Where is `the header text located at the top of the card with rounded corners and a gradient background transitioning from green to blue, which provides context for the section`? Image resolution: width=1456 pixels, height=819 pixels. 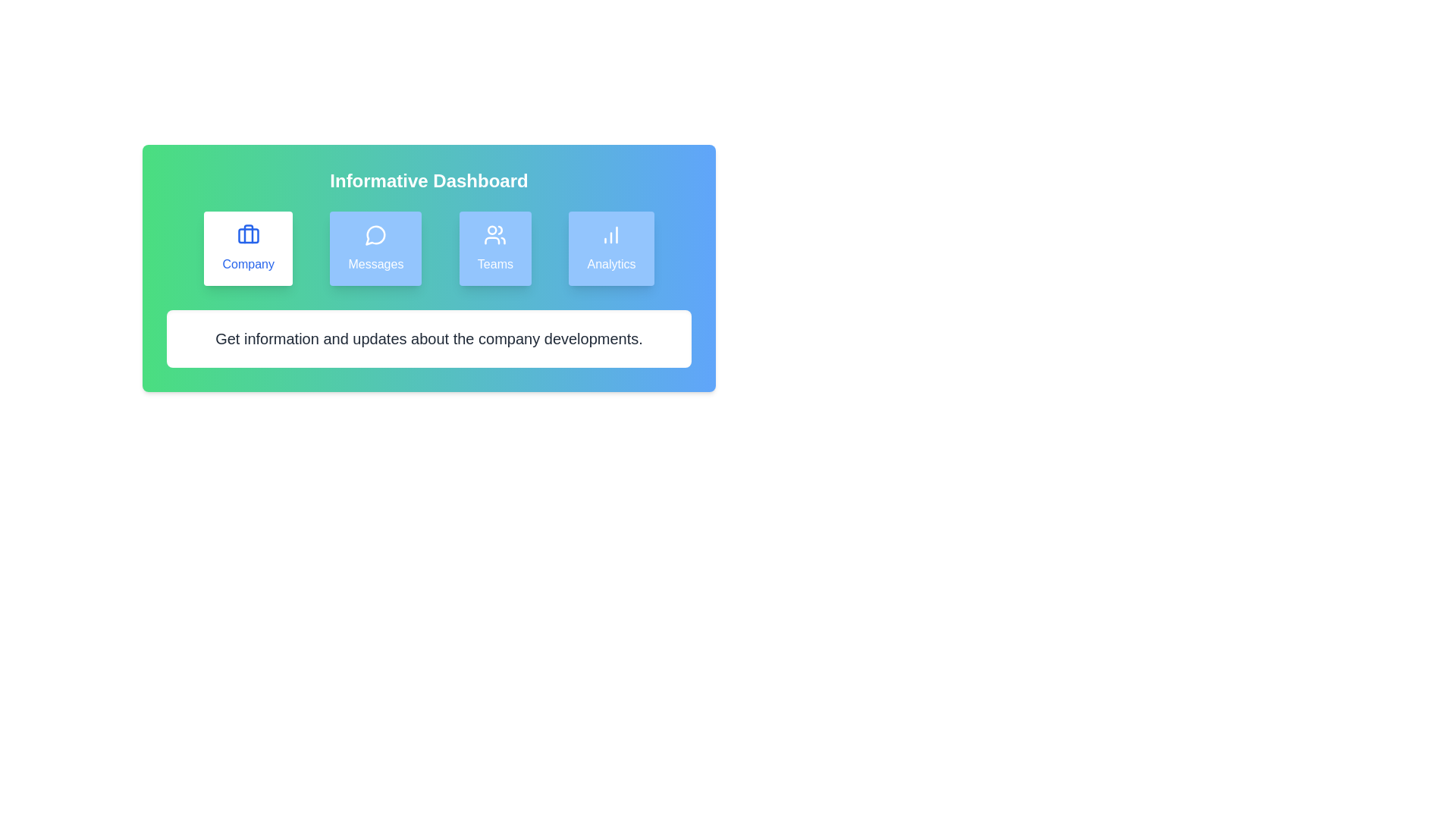
the header text located at the top of the card with rounded corners and a gradient background transitioning from green to blue, which provides context for the section is located at coordinates (428, 180).